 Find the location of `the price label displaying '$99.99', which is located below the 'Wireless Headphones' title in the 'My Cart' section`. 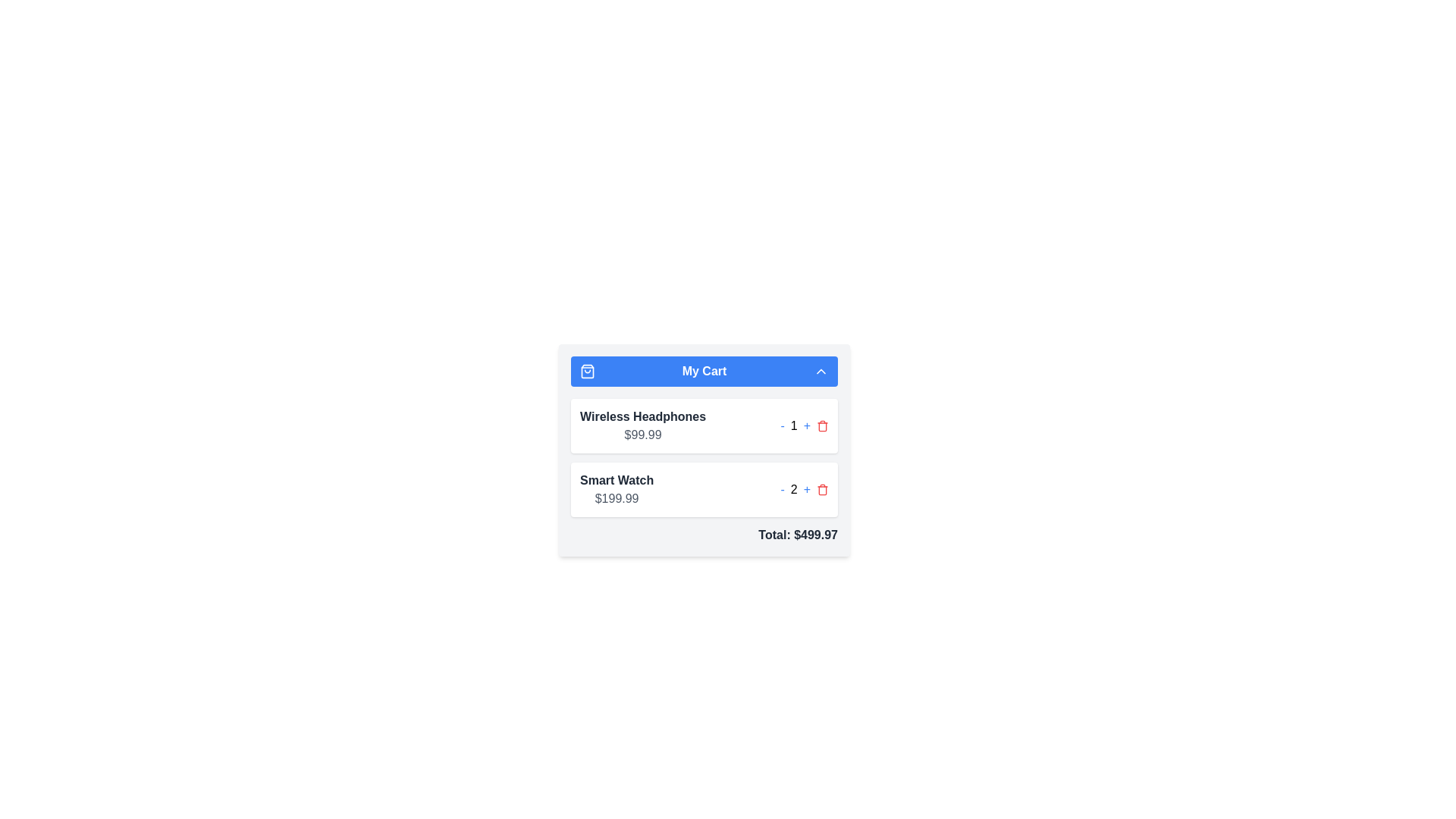

the price label displaying '$99.99', which is located below the 'Wireless Headphones' title in the 'My Cart' section is located at coordinates (643, 435).